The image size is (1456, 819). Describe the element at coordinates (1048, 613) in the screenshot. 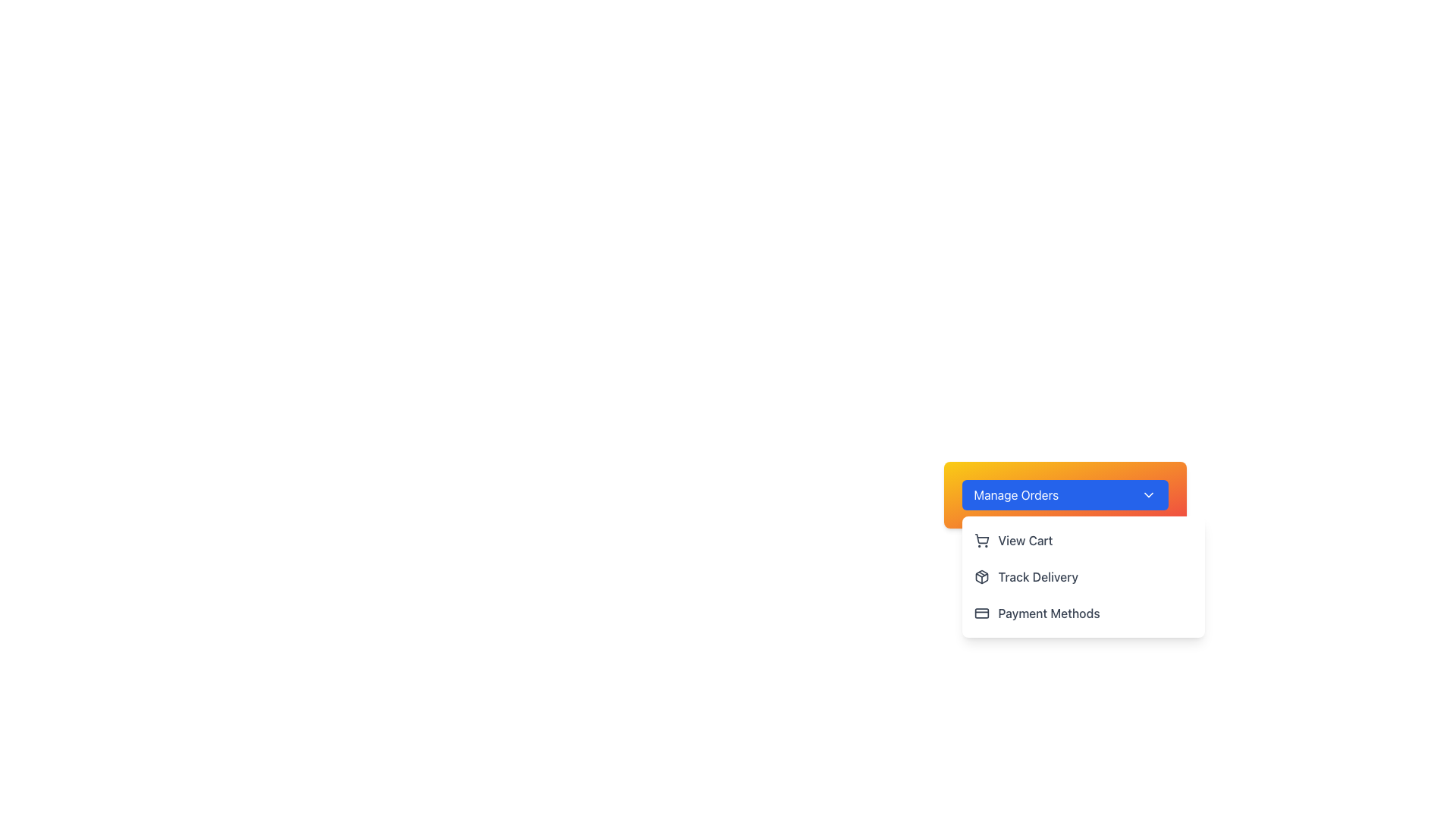

I see `the 'Payment Methods' text label in the dropdown menu under the 'Manage Orders' button` at that location.